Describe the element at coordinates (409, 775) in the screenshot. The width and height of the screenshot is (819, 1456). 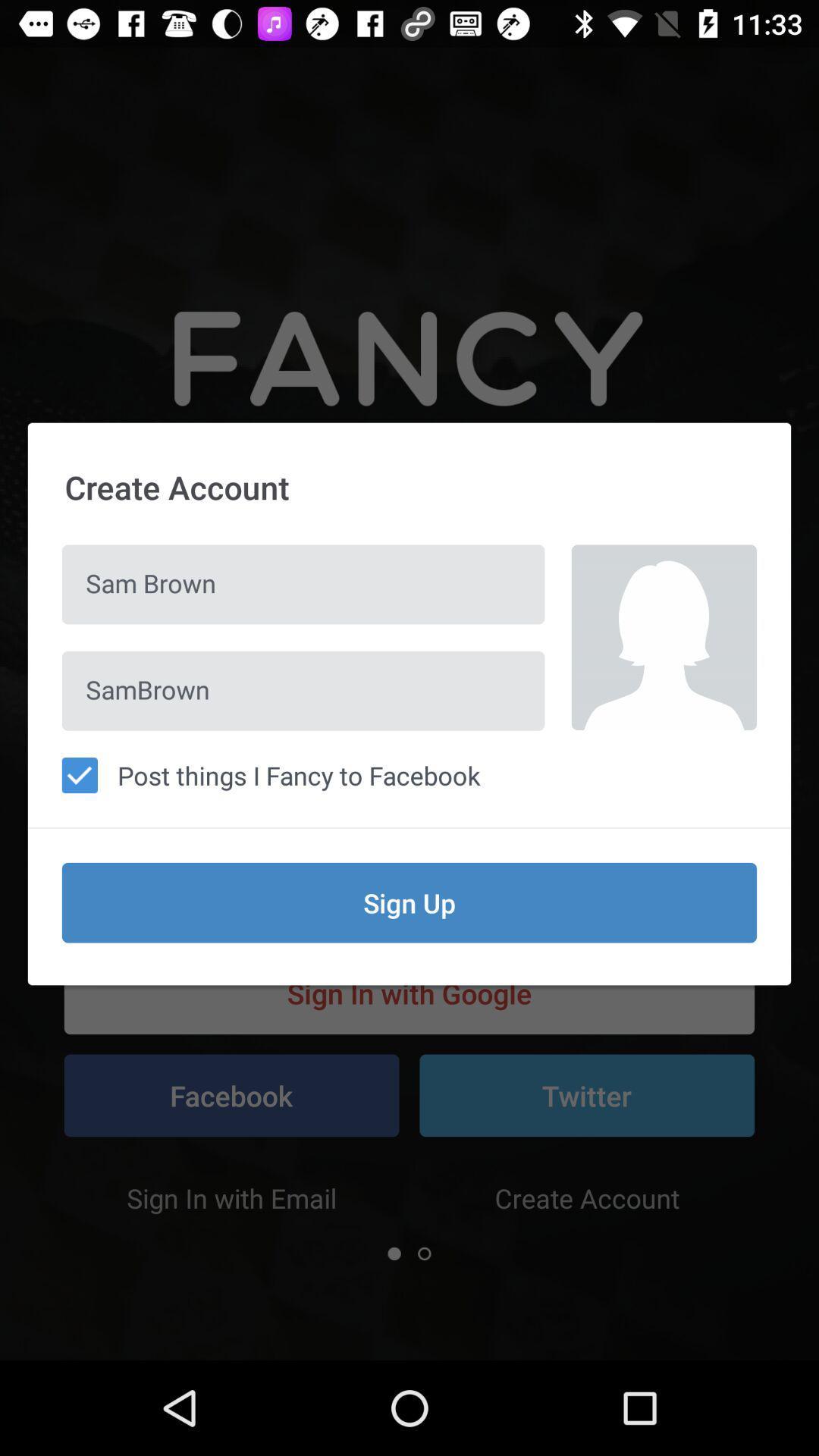
I see `the icon below sambrown` at that location.